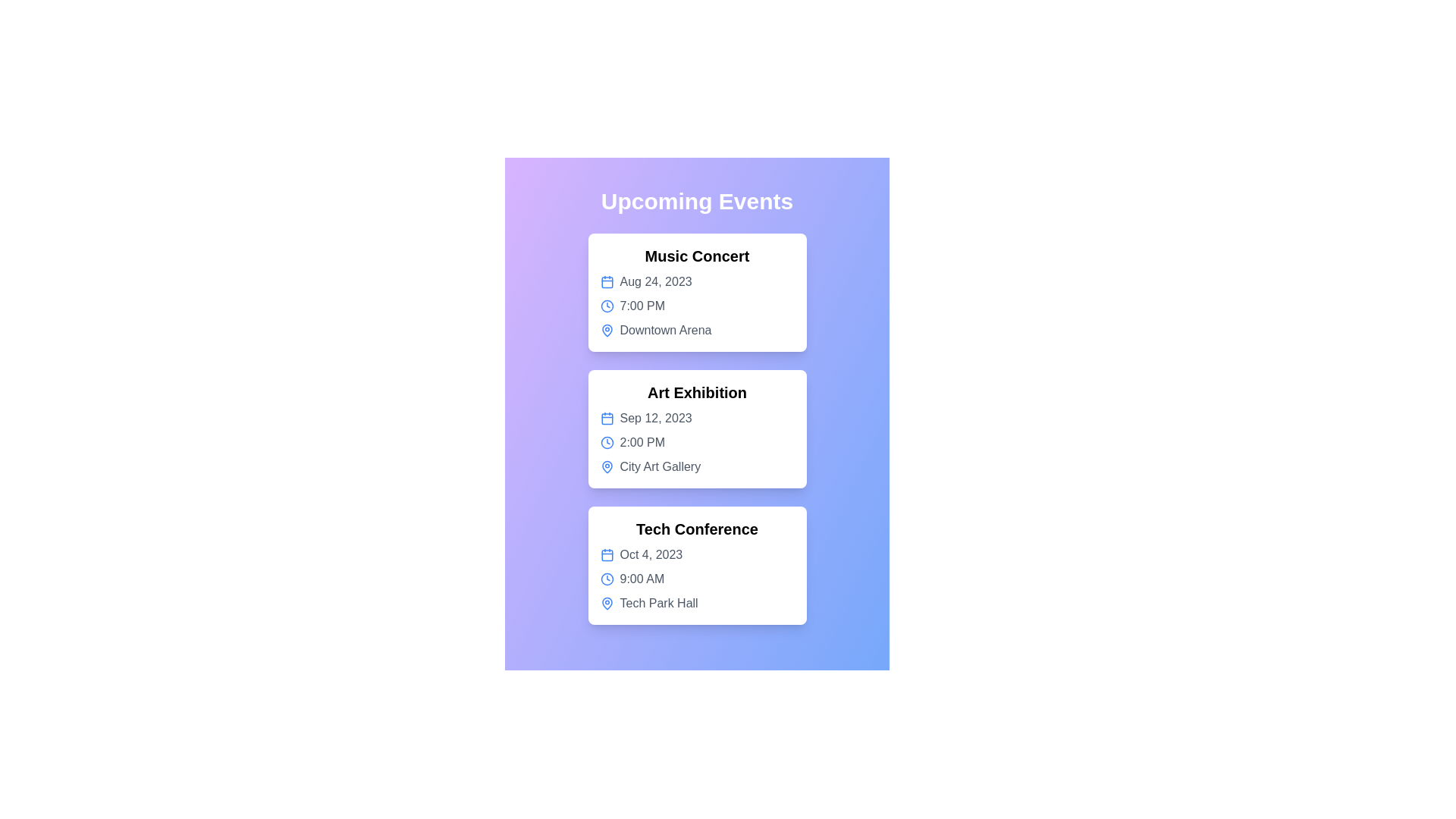 This screenshot has height=819, width=1456. Describe the element at coordinates (696, 565) in the screenshot. I see `the informational card titled 'Tech Conference' which is the third card in a vertical stack of three cards. This card features a white background, rounded corners, and contains details about the event such as the date, time, and location` at that location.